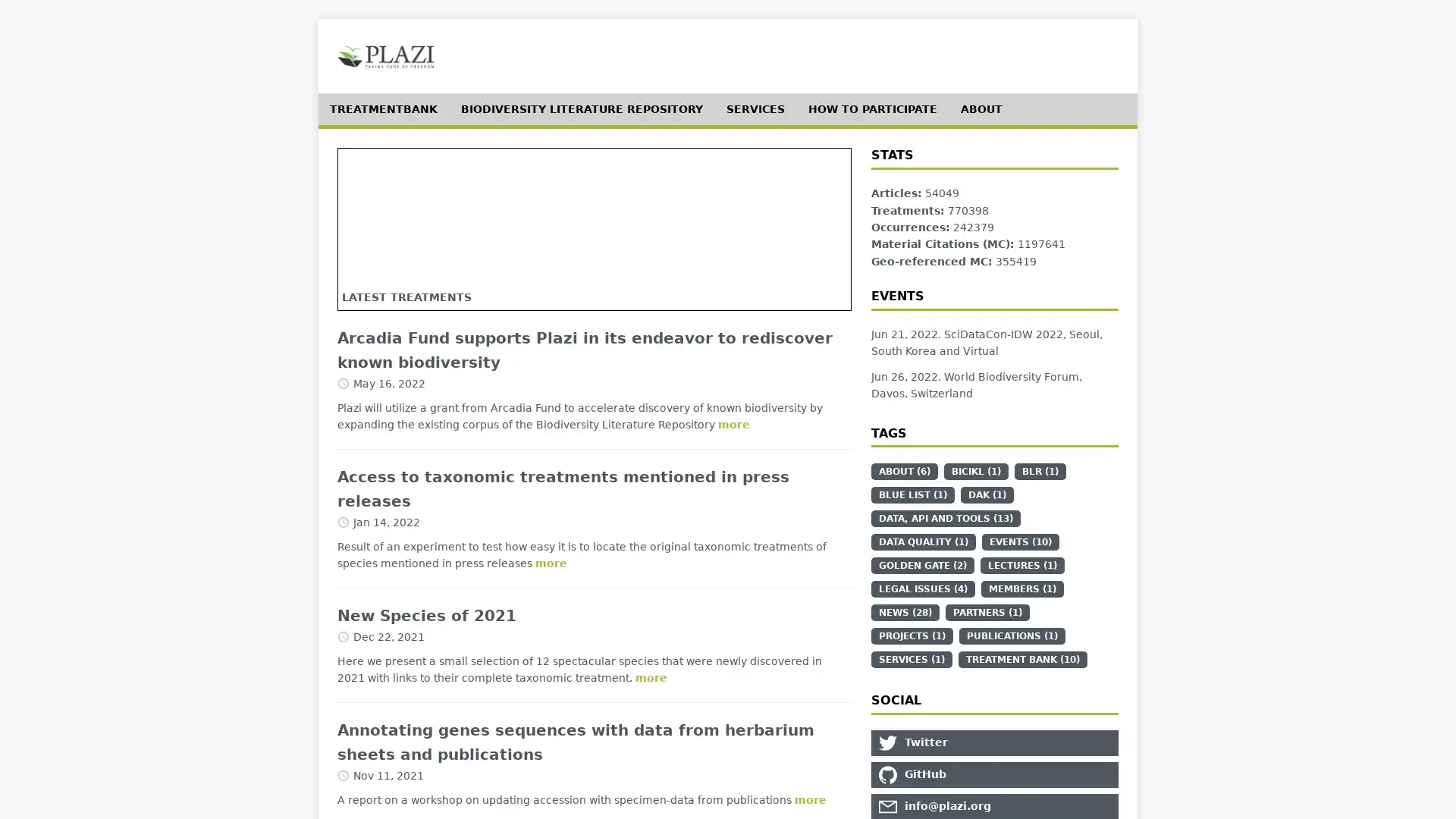 This screenshot has width=1456, height=819. Describe the element at coordinates (362, 171) in the screenshot. I see `Zoom in` at that location.